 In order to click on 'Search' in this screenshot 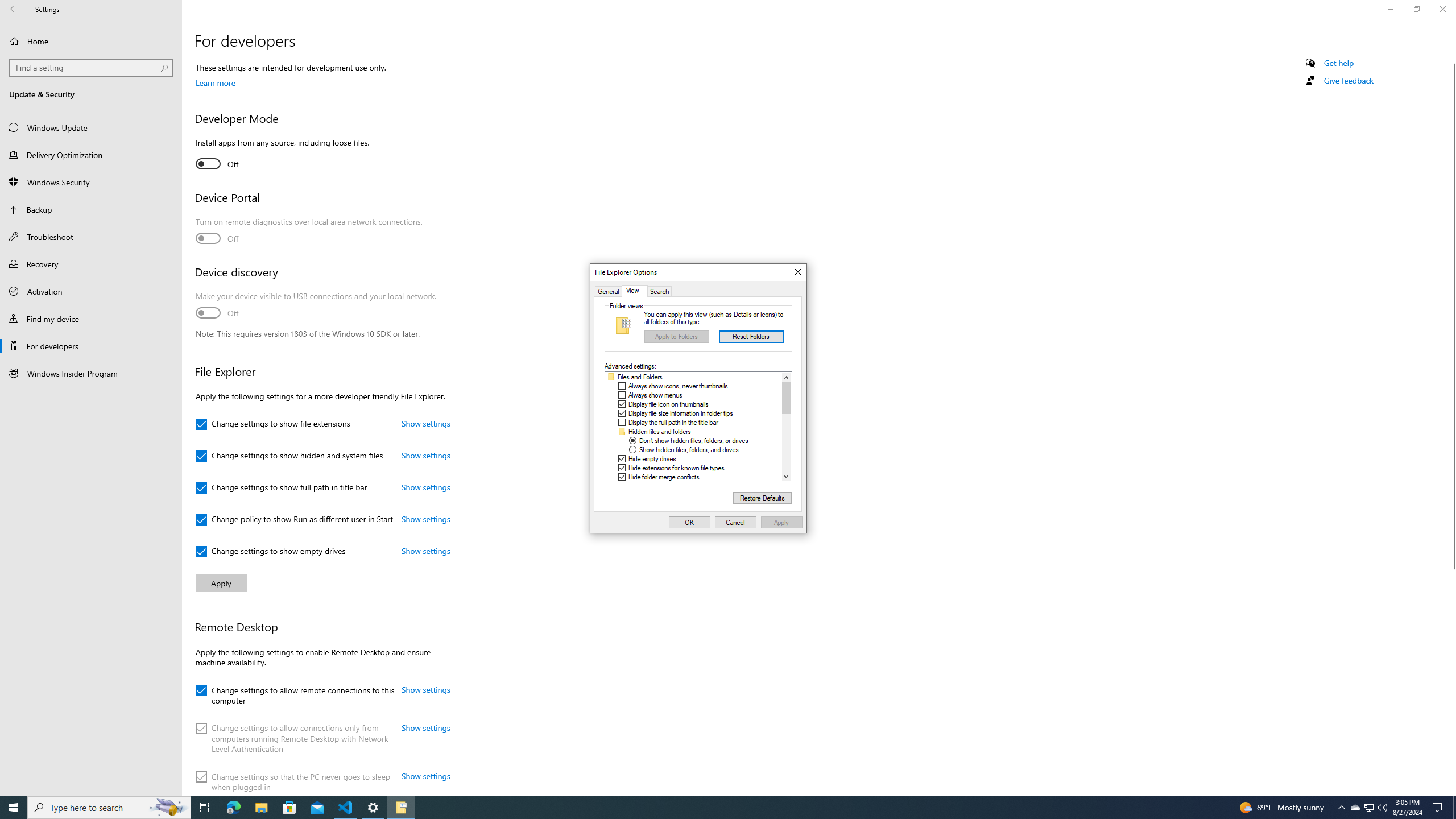, I will do `click(659, 290)`.